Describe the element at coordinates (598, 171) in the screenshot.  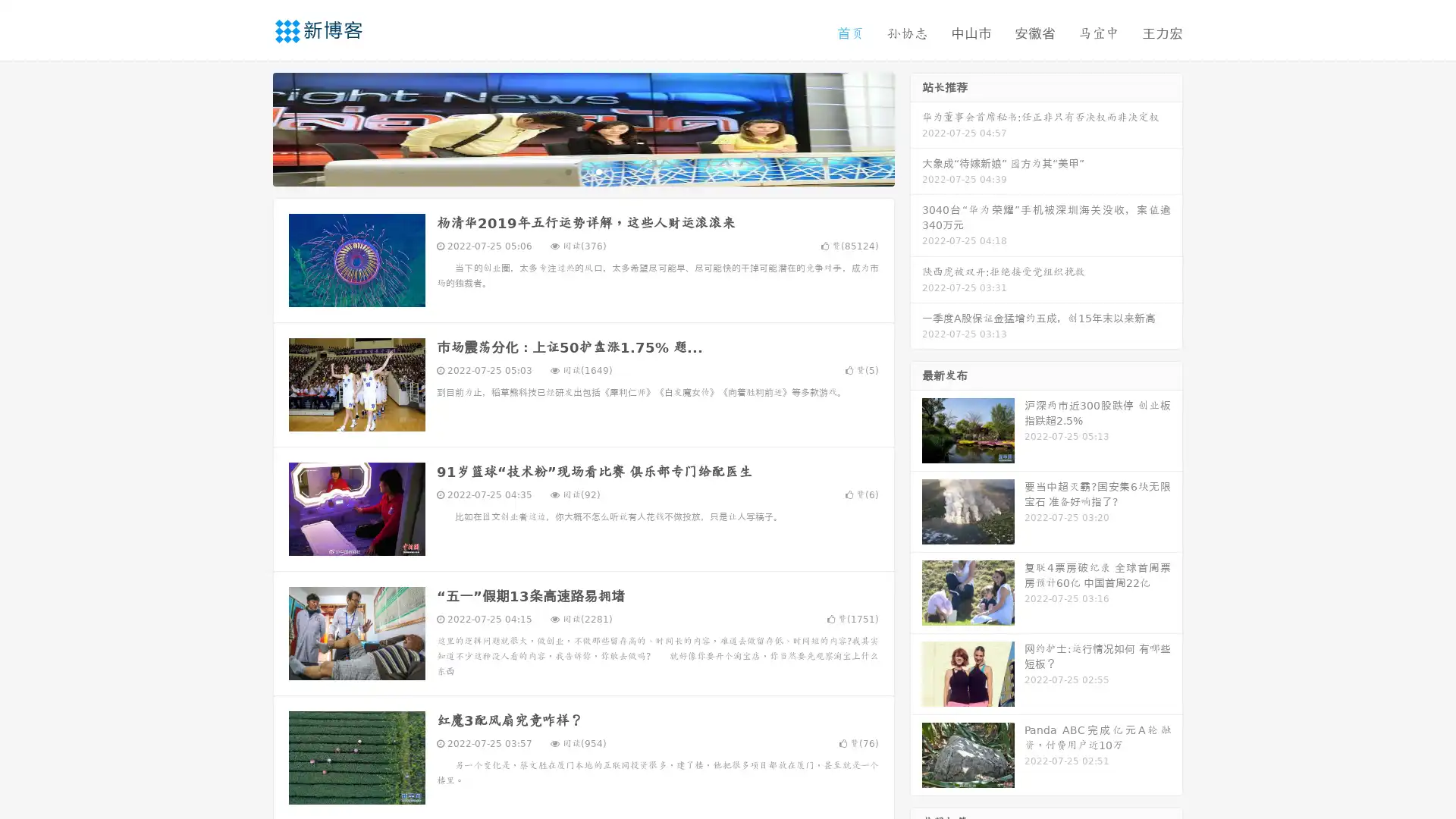
I see `Go to slide 3` at that location.